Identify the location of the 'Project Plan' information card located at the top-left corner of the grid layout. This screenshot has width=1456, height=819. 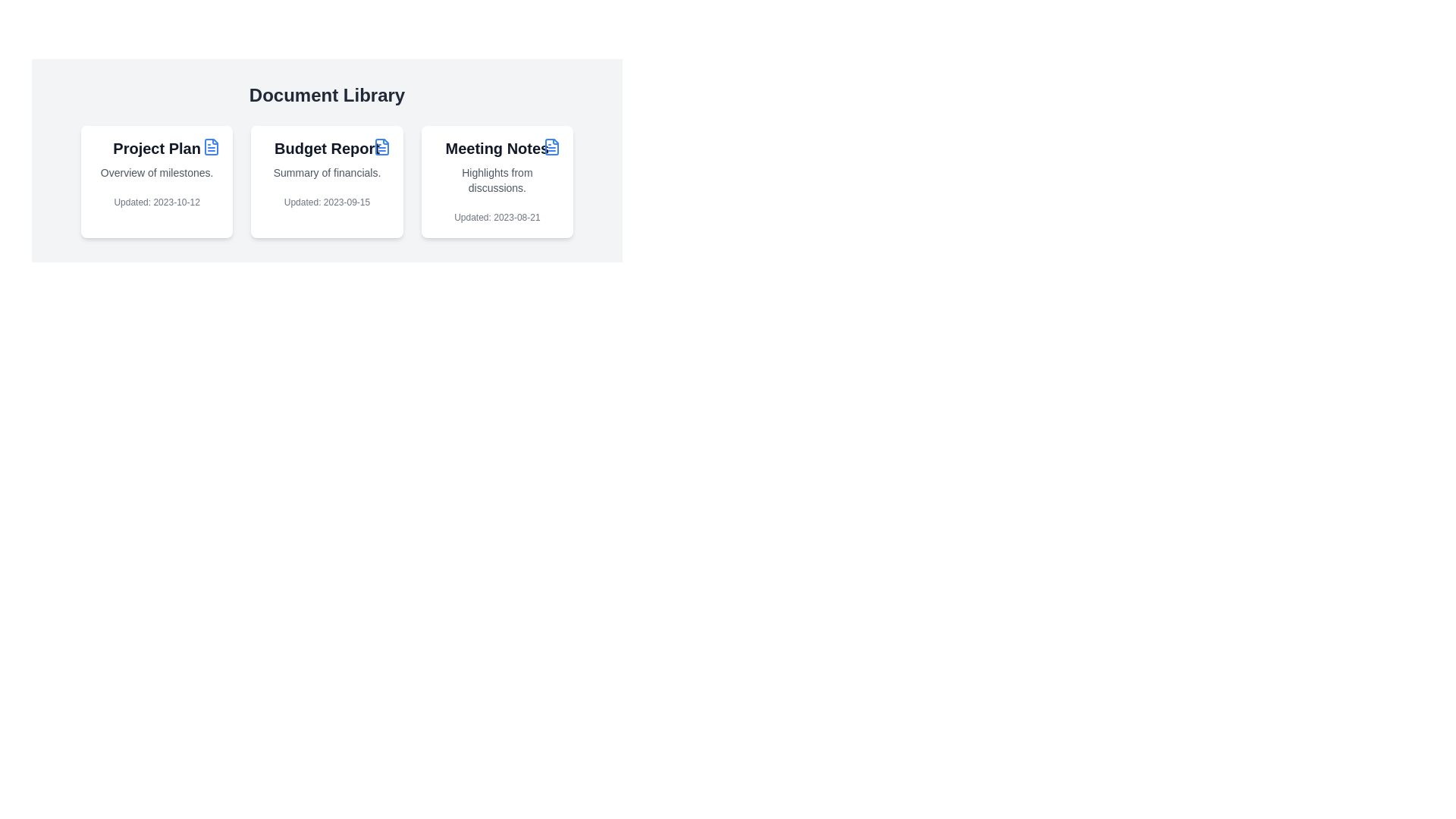
(156, 180).